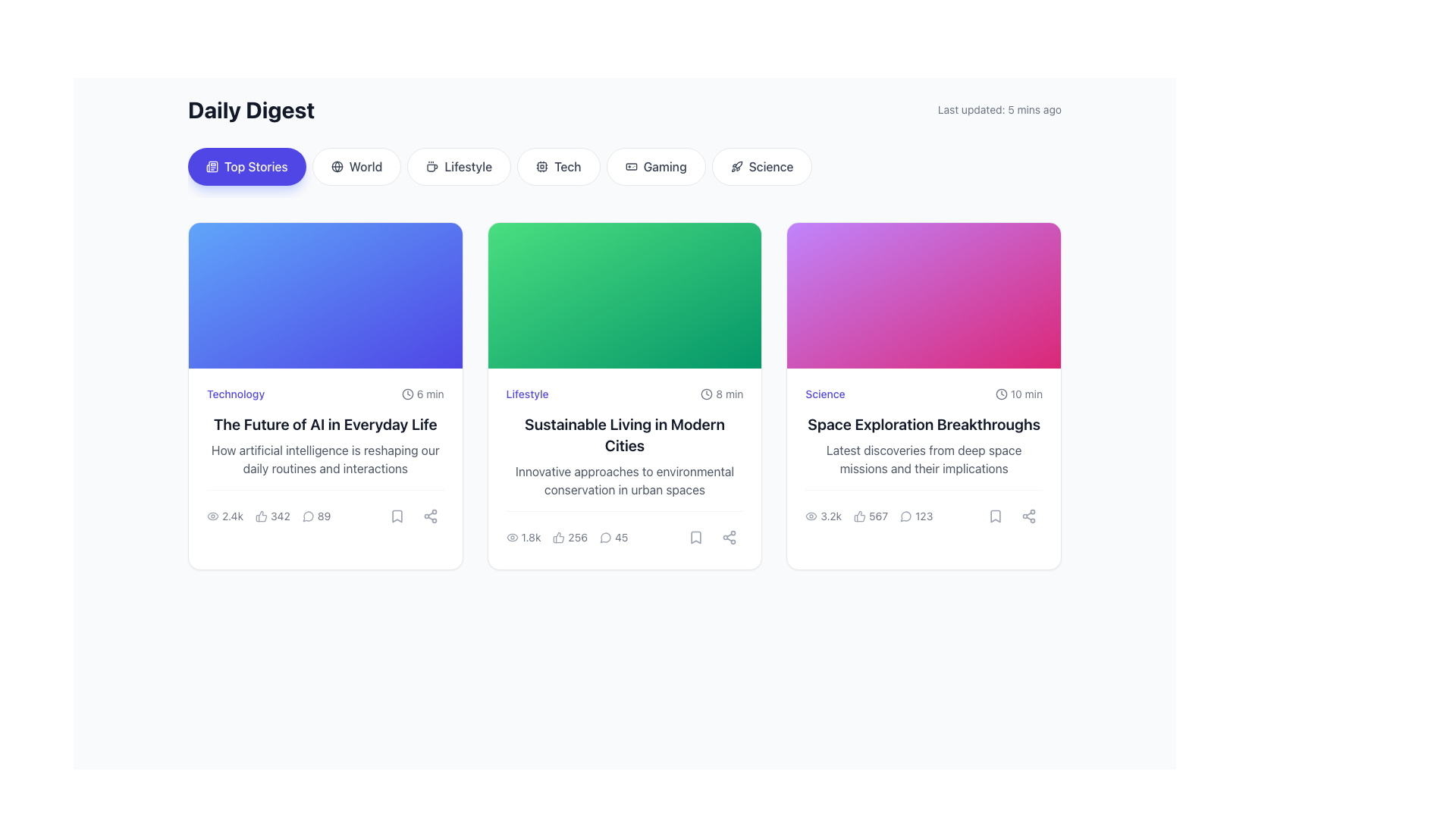 This screenshot has width=1456, height=819. What do you see at coordinates (906, 516) in the screenshot?
I see `the gray speech bubble icon located next to the light gray text '123' in the bottom section of the third card under the article titled 'Space Exploration Breakthroughs'` at bounding box center [906, 516].